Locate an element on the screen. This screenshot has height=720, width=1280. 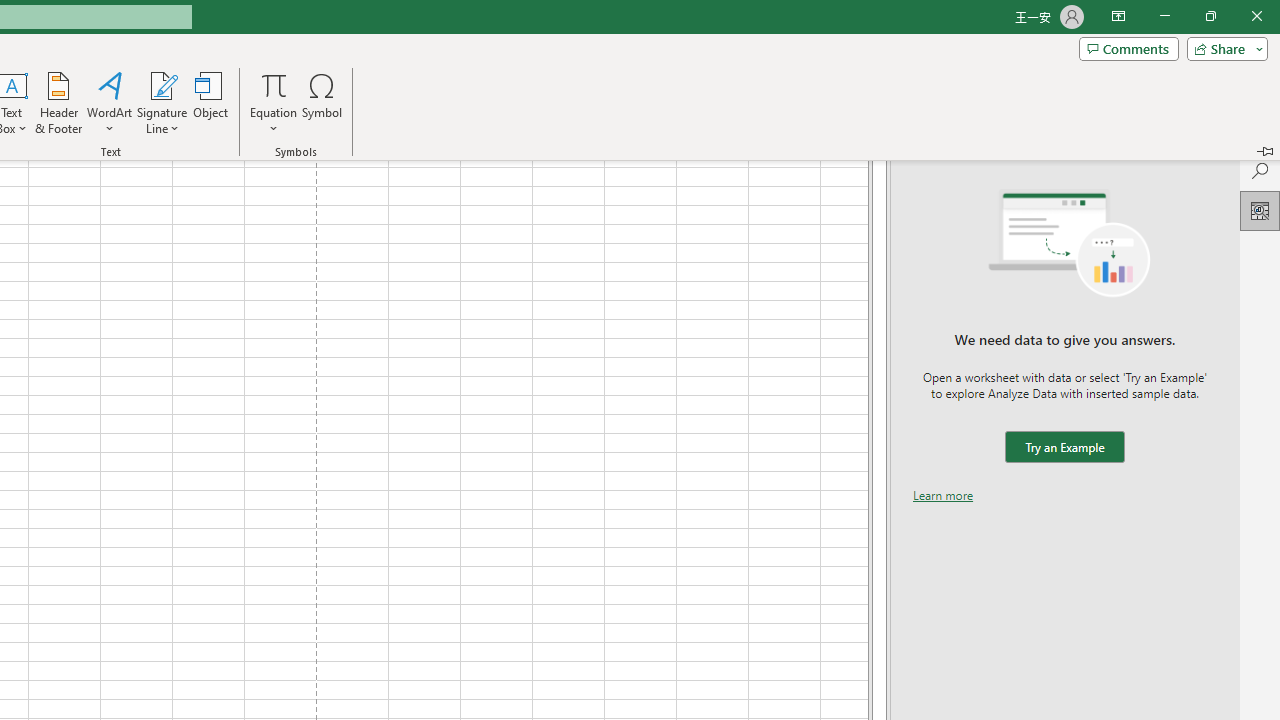
'Share' is located at coordinates (1222, 47).